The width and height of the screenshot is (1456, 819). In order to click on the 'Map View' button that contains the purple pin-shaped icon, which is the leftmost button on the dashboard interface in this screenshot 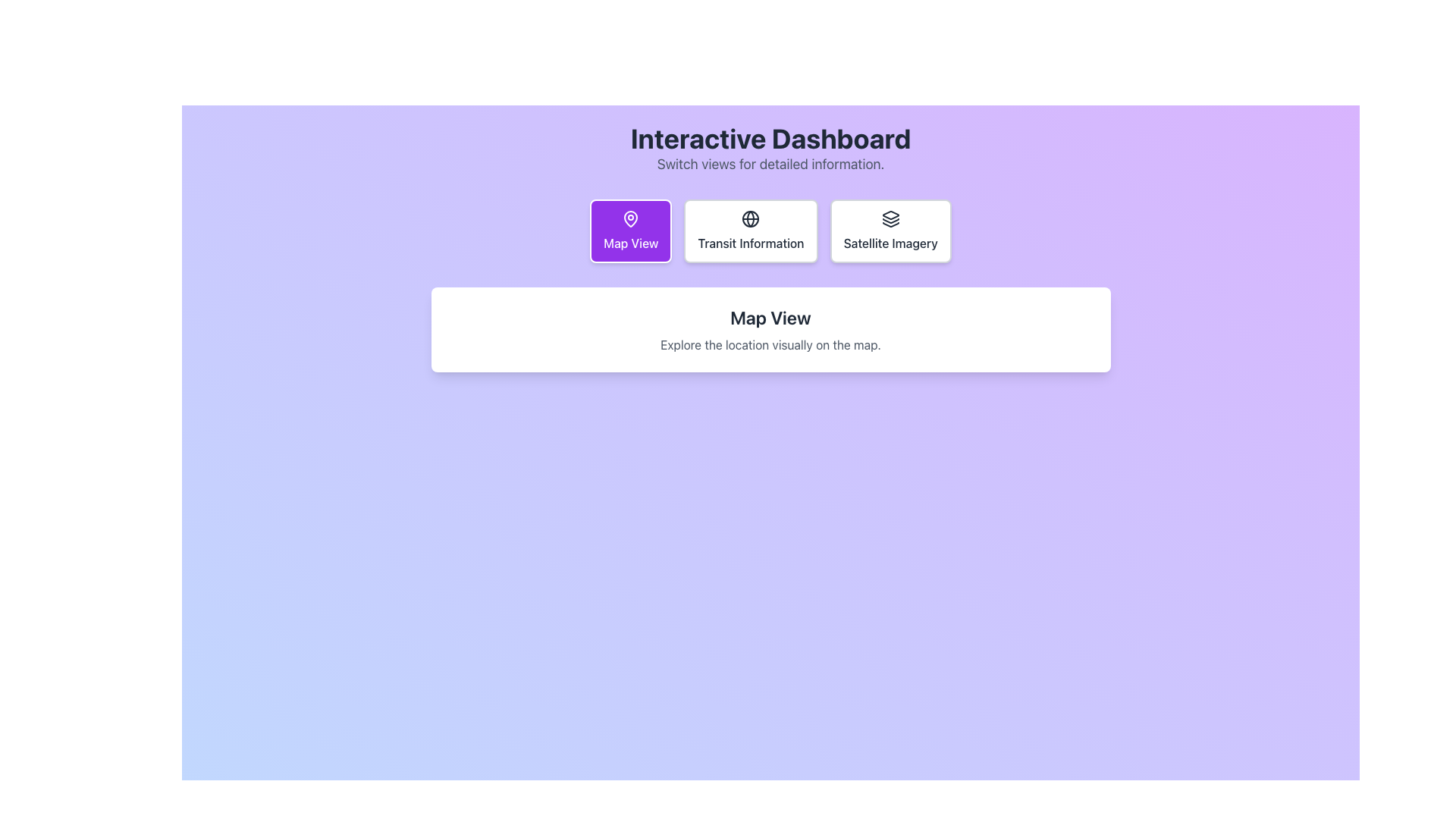, I will do `click(631, 219)`.